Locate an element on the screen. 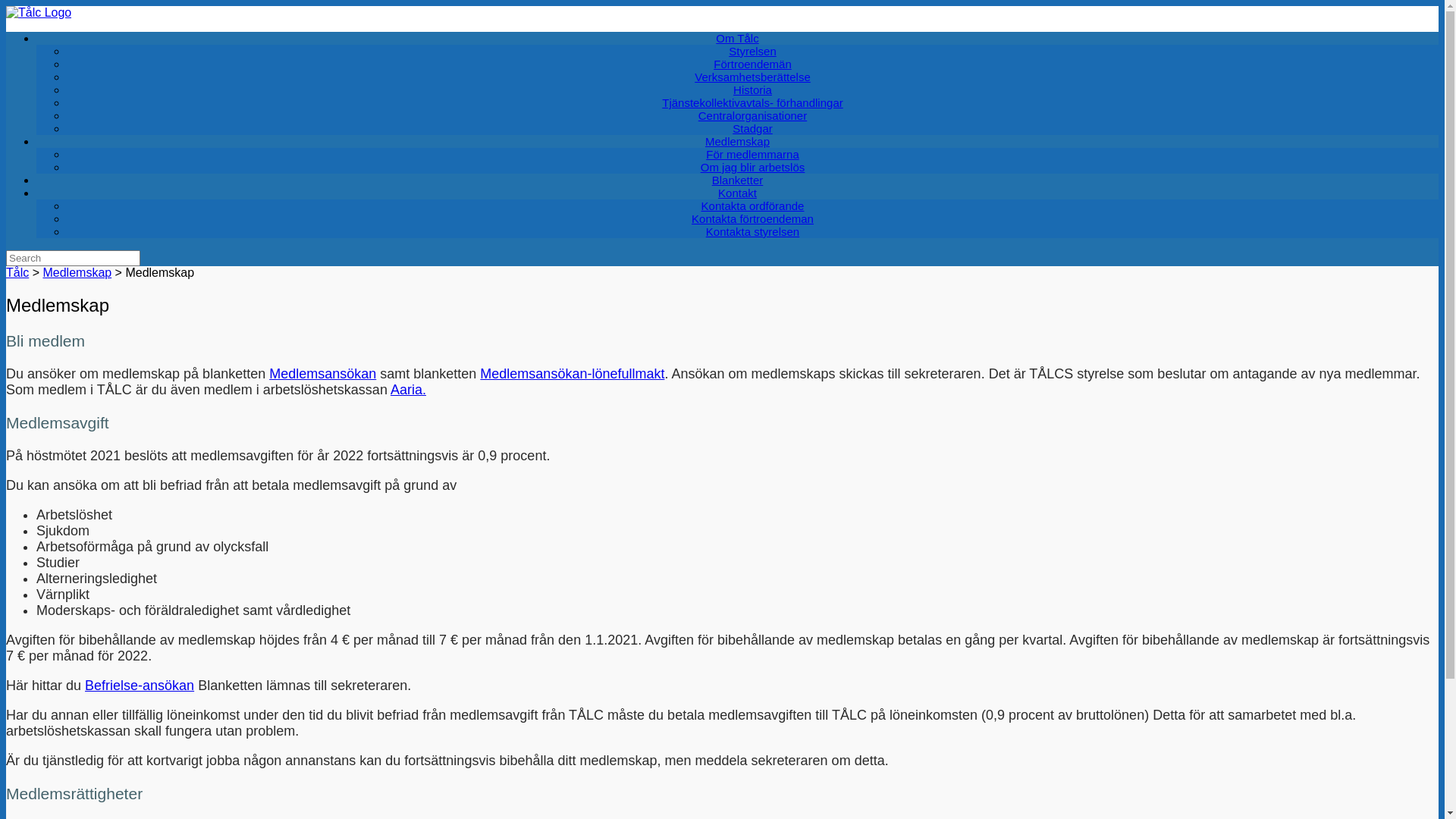  'Blanketter' is located at coordinates (688, 179).